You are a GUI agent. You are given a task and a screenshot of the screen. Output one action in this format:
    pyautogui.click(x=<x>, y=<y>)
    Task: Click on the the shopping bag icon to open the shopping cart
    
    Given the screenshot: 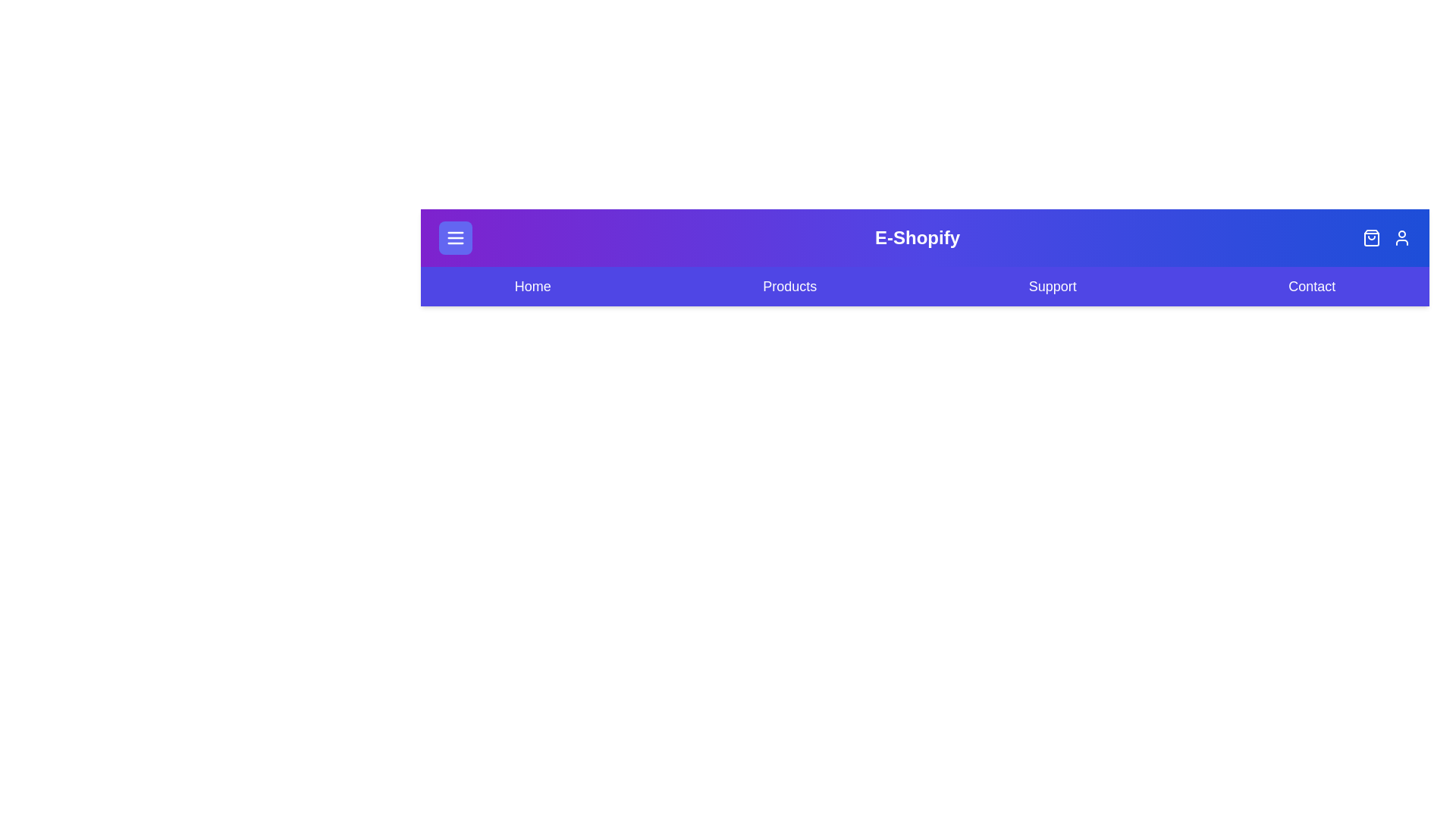 What is the action you would take?
    pyautogui.click(x=1372, y=237)
    